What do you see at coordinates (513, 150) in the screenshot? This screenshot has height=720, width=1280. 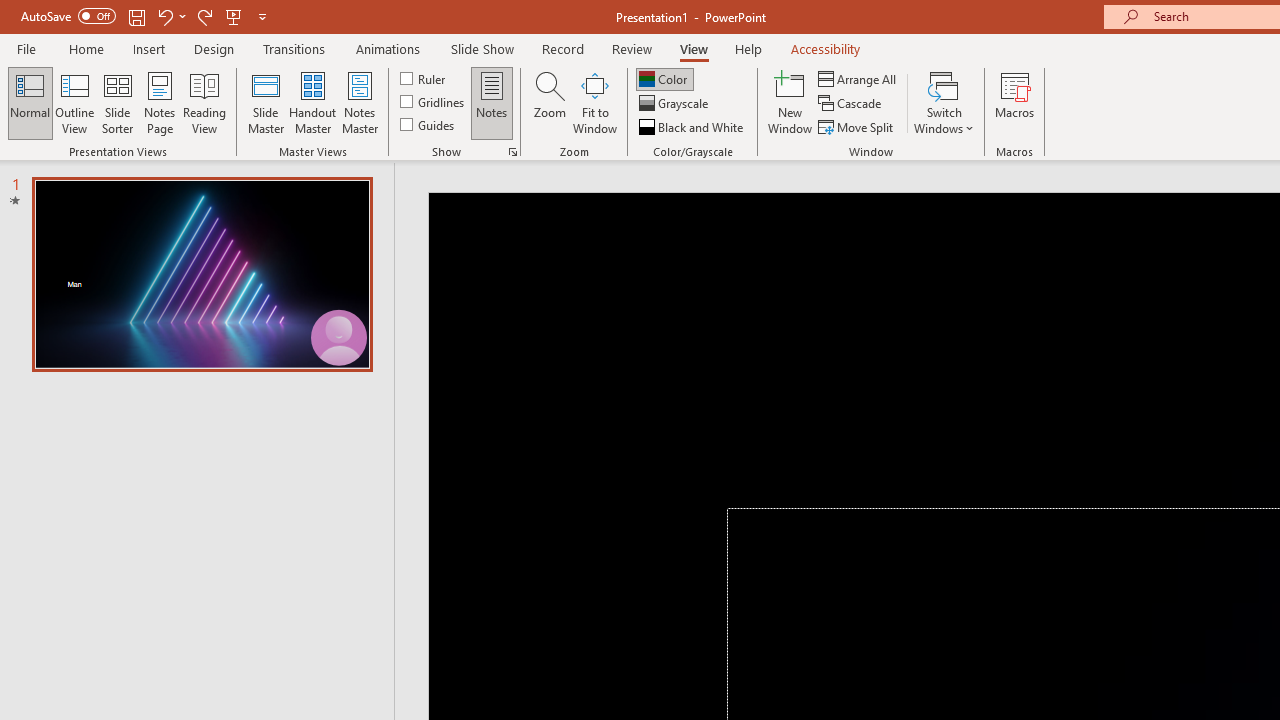 I see `'Grid Settings...'` at bounding box center [513, 150].